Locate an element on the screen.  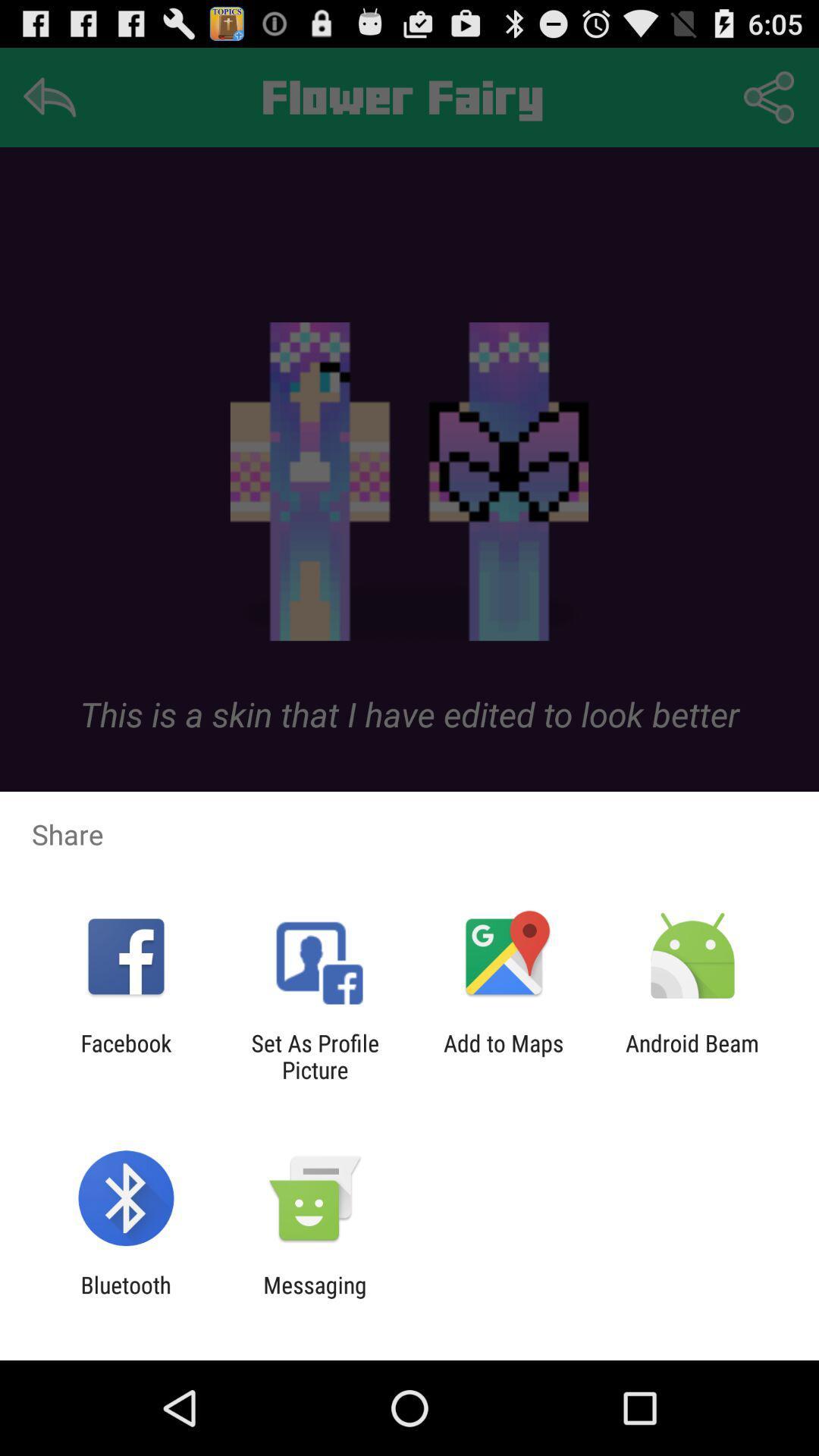
add to maps app is located at coordinates (504, 1056).